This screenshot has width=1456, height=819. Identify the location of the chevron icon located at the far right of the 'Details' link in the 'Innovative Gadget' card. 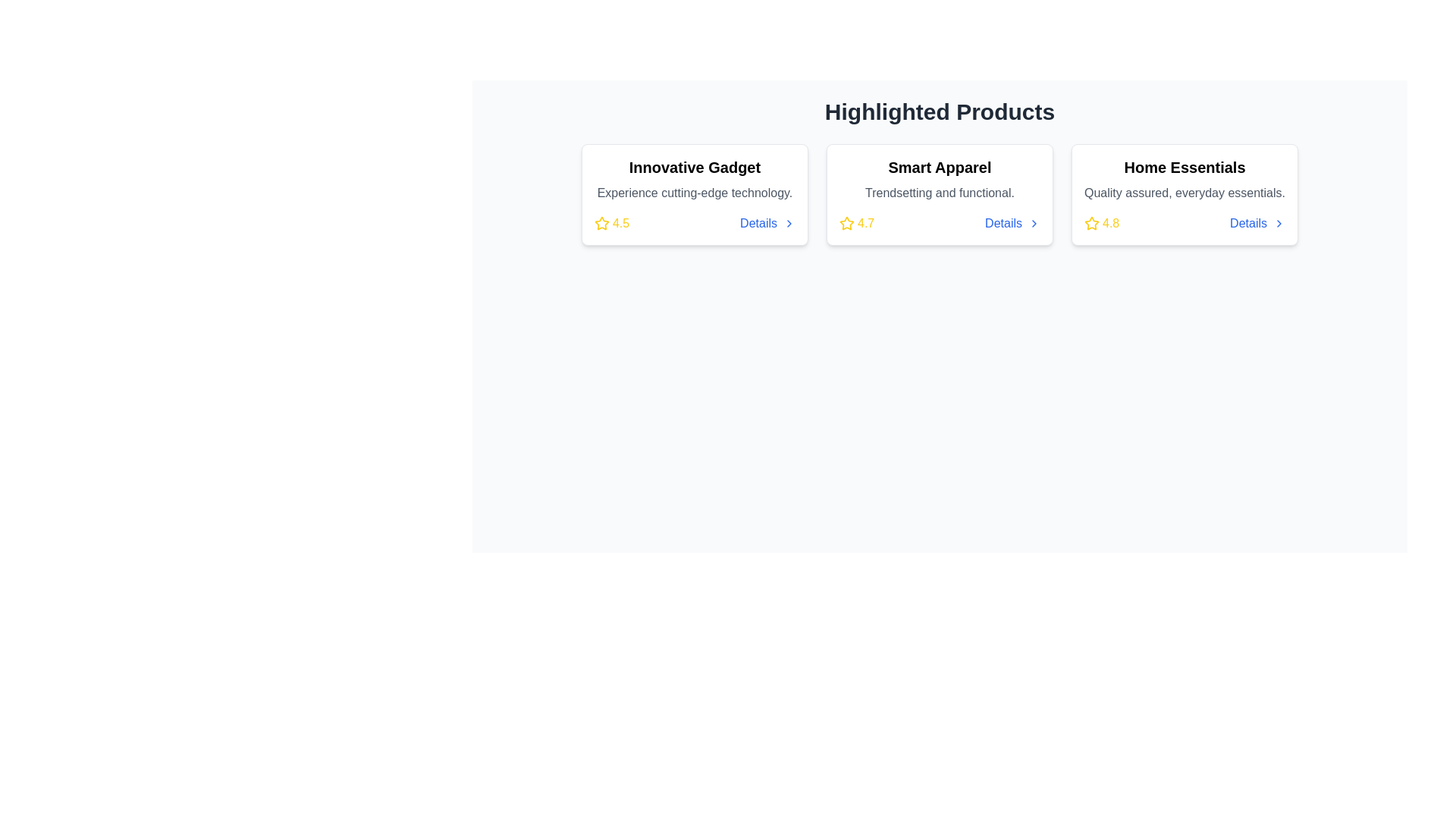
(789, 223).